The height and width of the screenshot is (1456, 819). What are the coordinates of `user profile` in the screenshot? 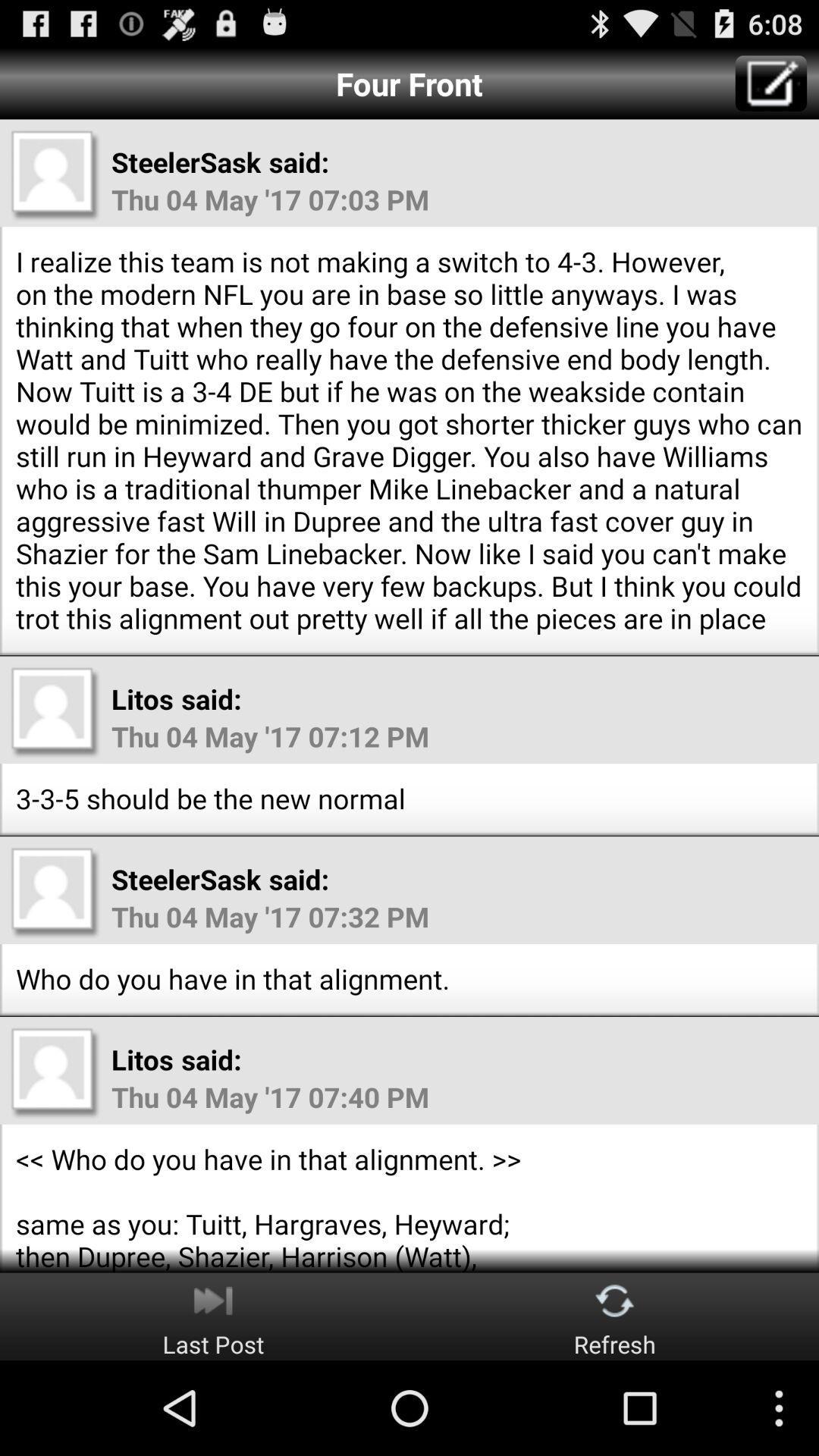 It's located at (55, 892).